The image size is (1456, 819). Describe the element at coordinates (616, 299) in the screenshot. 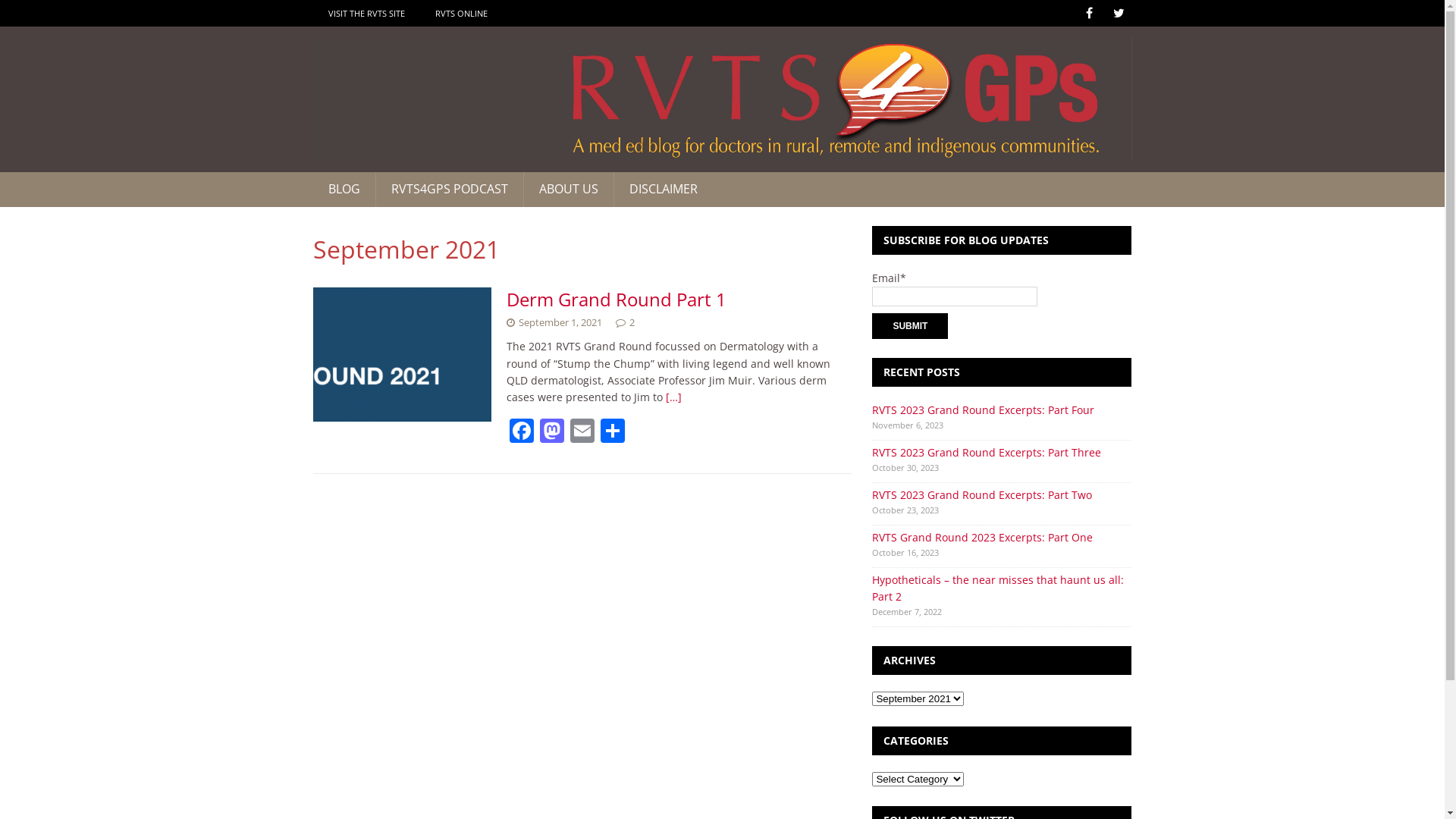

I see `'Derm Grand Round Part 1'` at that location.